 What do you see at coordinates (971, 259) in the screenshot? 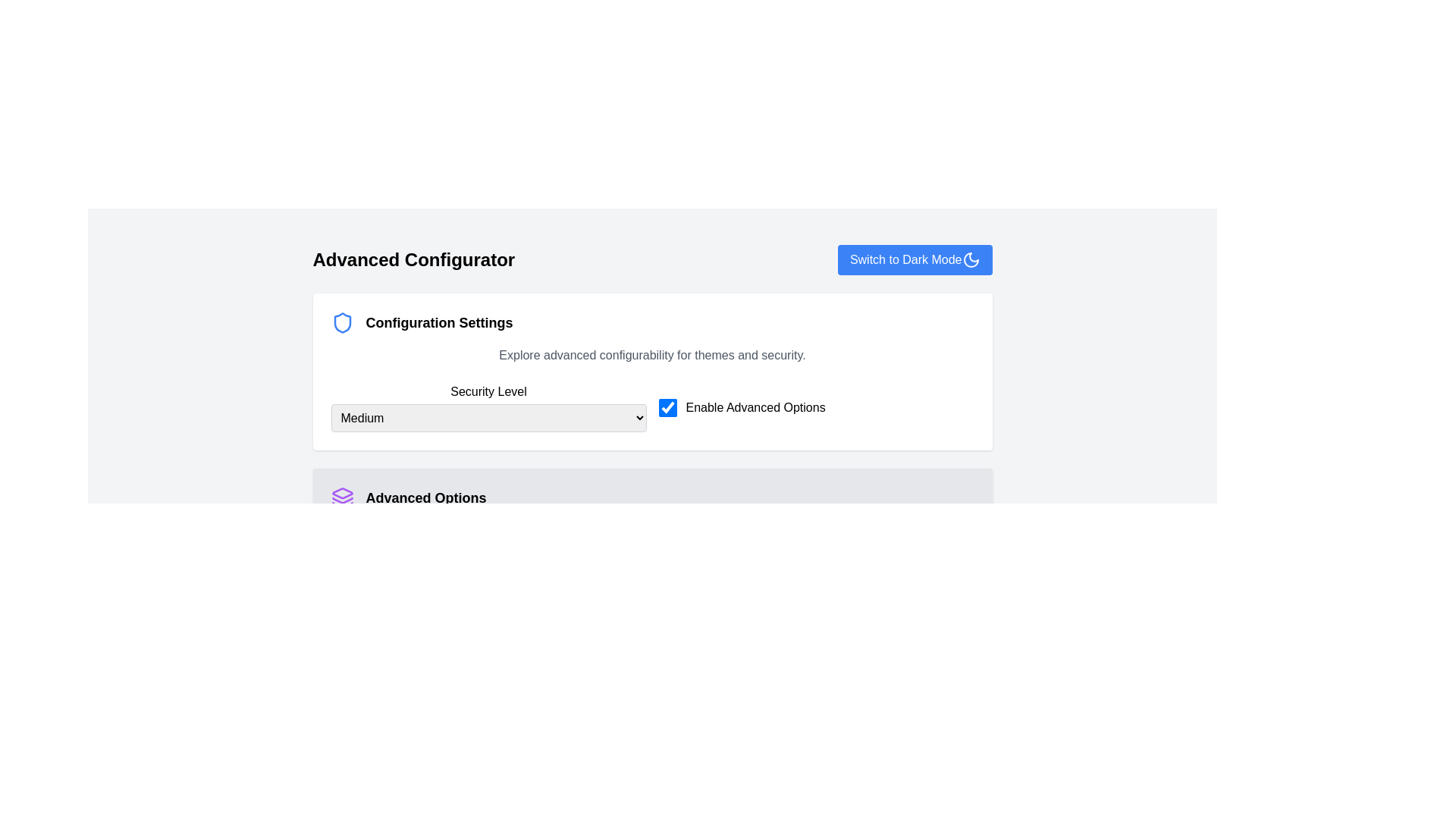
I see `the button labeled 'Switch to Dark Mode' that contains the decorative moon icon located in the top-right section of the interface` at bounding box center [971, 259].